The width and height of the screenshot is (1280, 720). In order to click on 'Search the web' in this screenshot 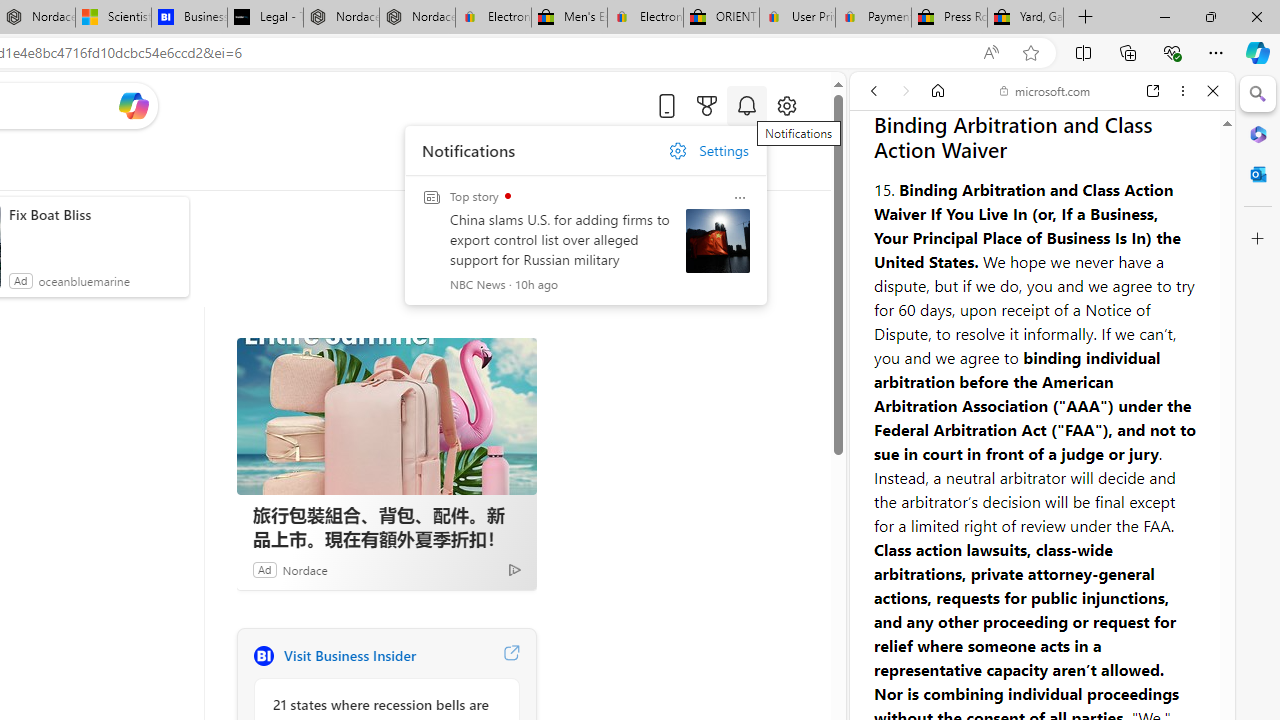, I will do `click(1051, 137)`.